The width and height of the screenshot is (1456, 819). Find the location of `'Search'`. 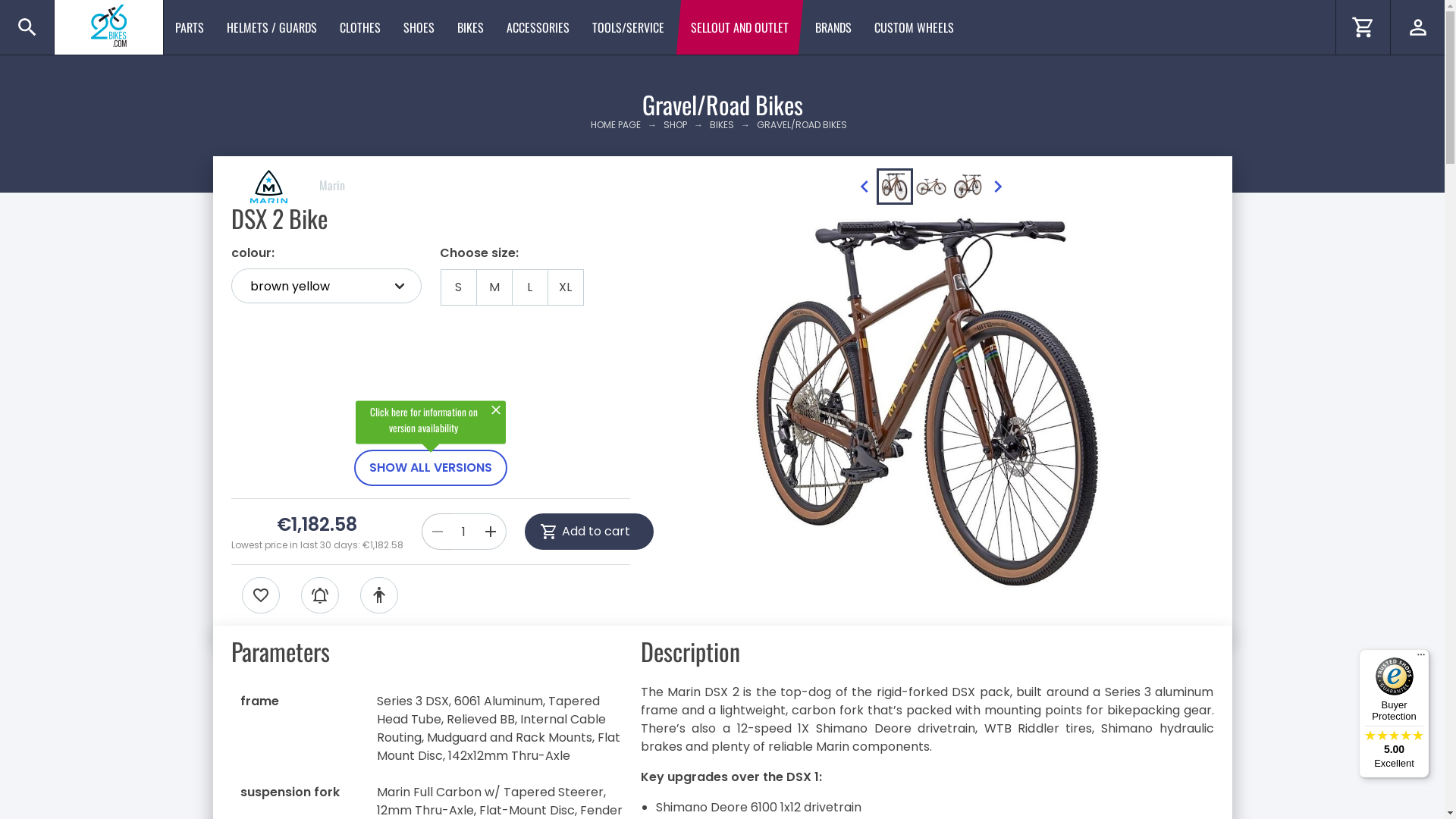

'Search' is located at coordinates (27, 27).